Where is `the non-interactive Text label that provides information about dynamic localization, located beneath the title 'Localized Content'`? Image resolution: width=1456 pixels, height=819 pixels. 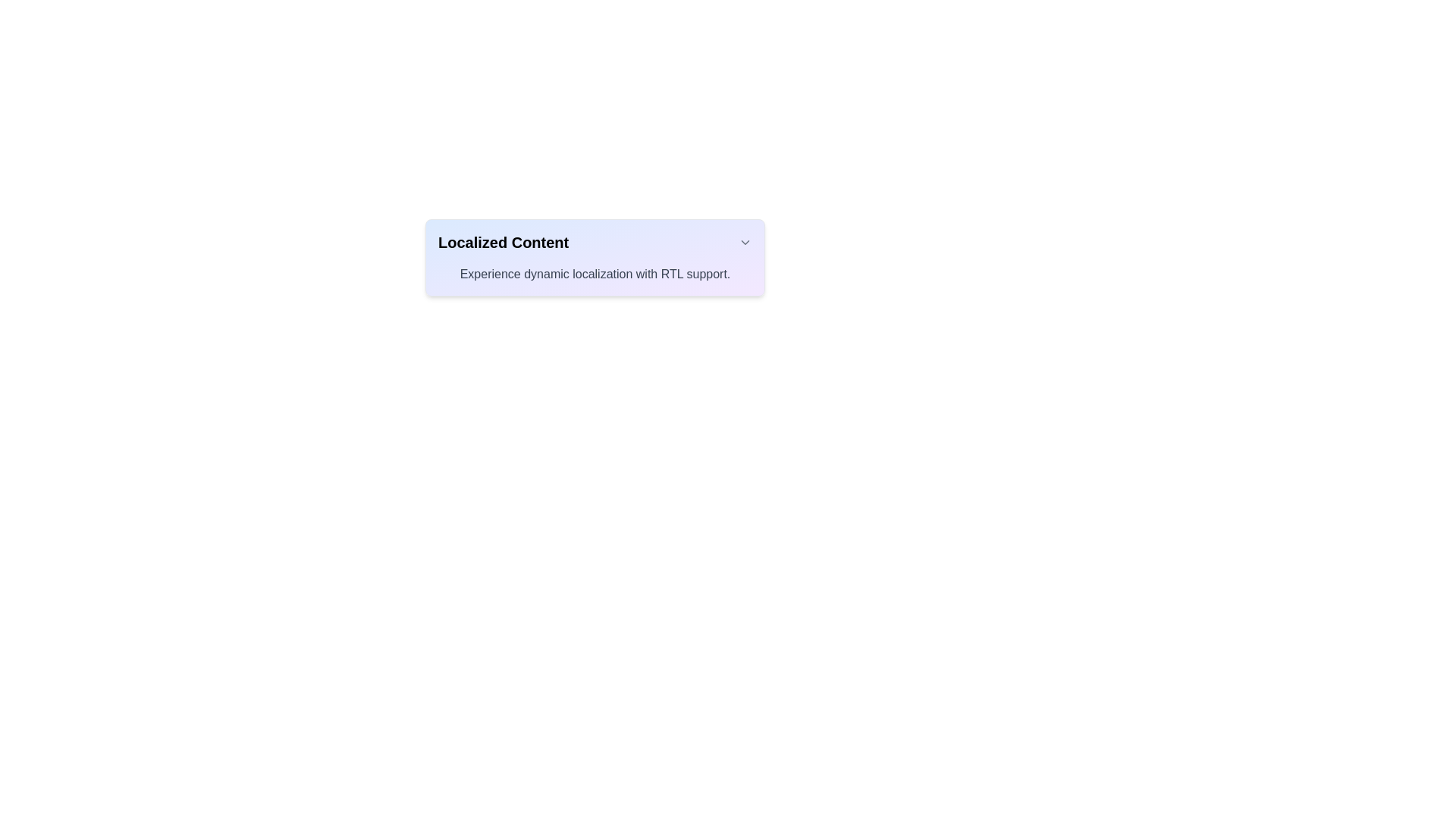
the non-interactive Text label that provides information about dynamic localization, located beneath the title 'Localized Content' is located at coordinates (595, 275).